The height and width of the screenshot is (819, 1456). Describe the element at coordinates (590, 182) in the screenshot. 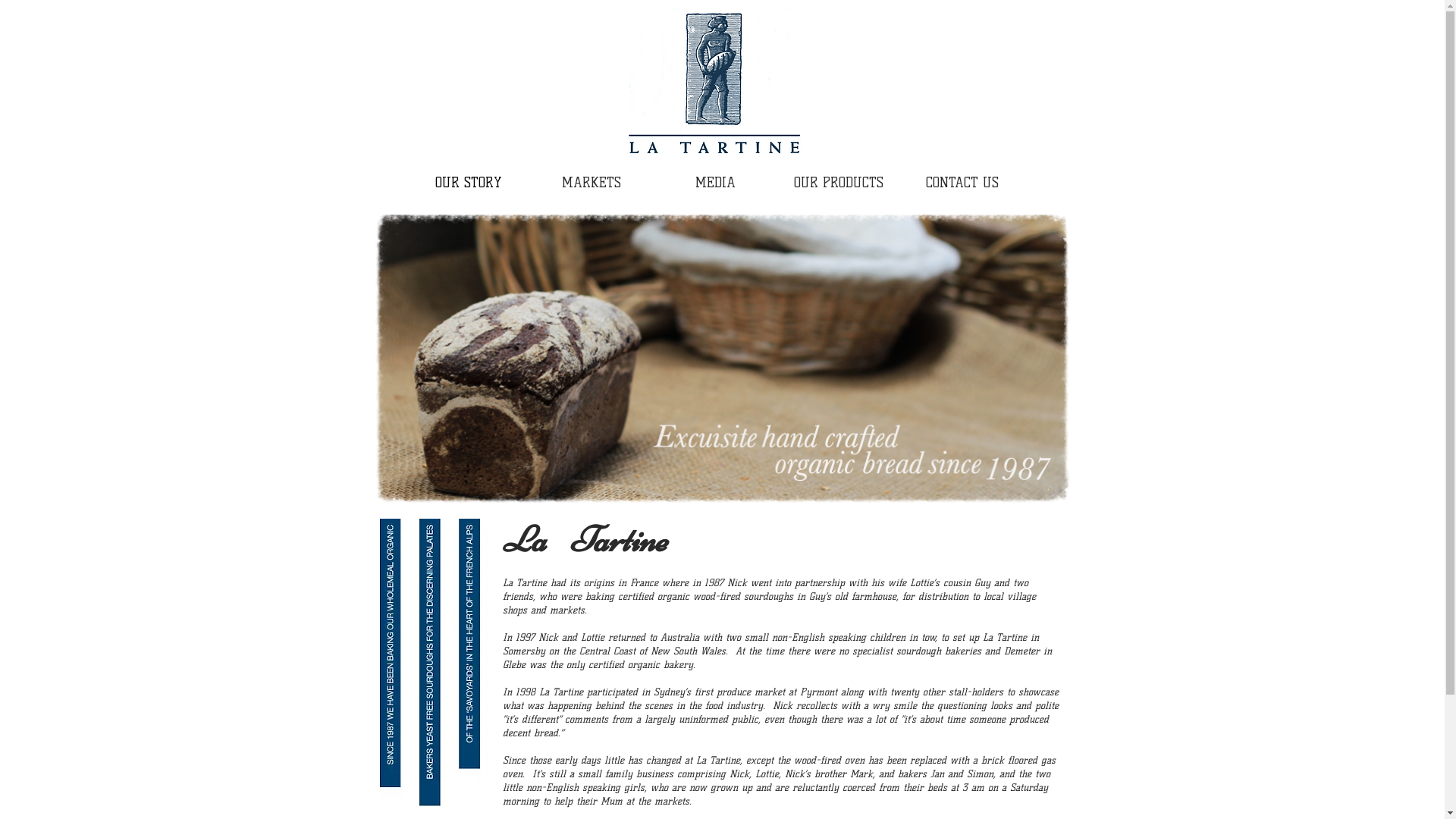

I see `'MARKETS'` at that location.